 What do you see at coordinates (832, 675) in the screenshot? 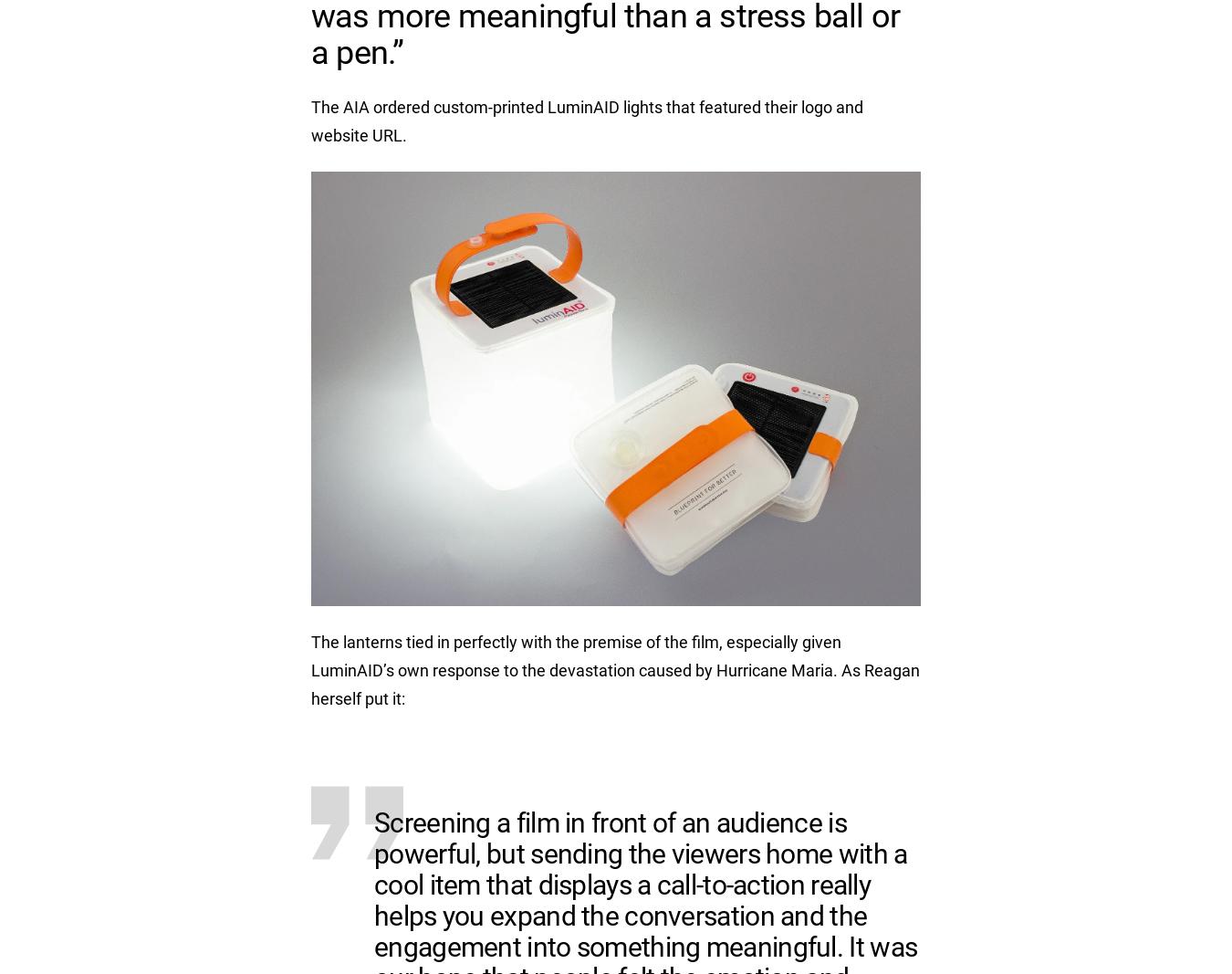
I see `'United States (USD $)'` at bounding box center [832, 675].